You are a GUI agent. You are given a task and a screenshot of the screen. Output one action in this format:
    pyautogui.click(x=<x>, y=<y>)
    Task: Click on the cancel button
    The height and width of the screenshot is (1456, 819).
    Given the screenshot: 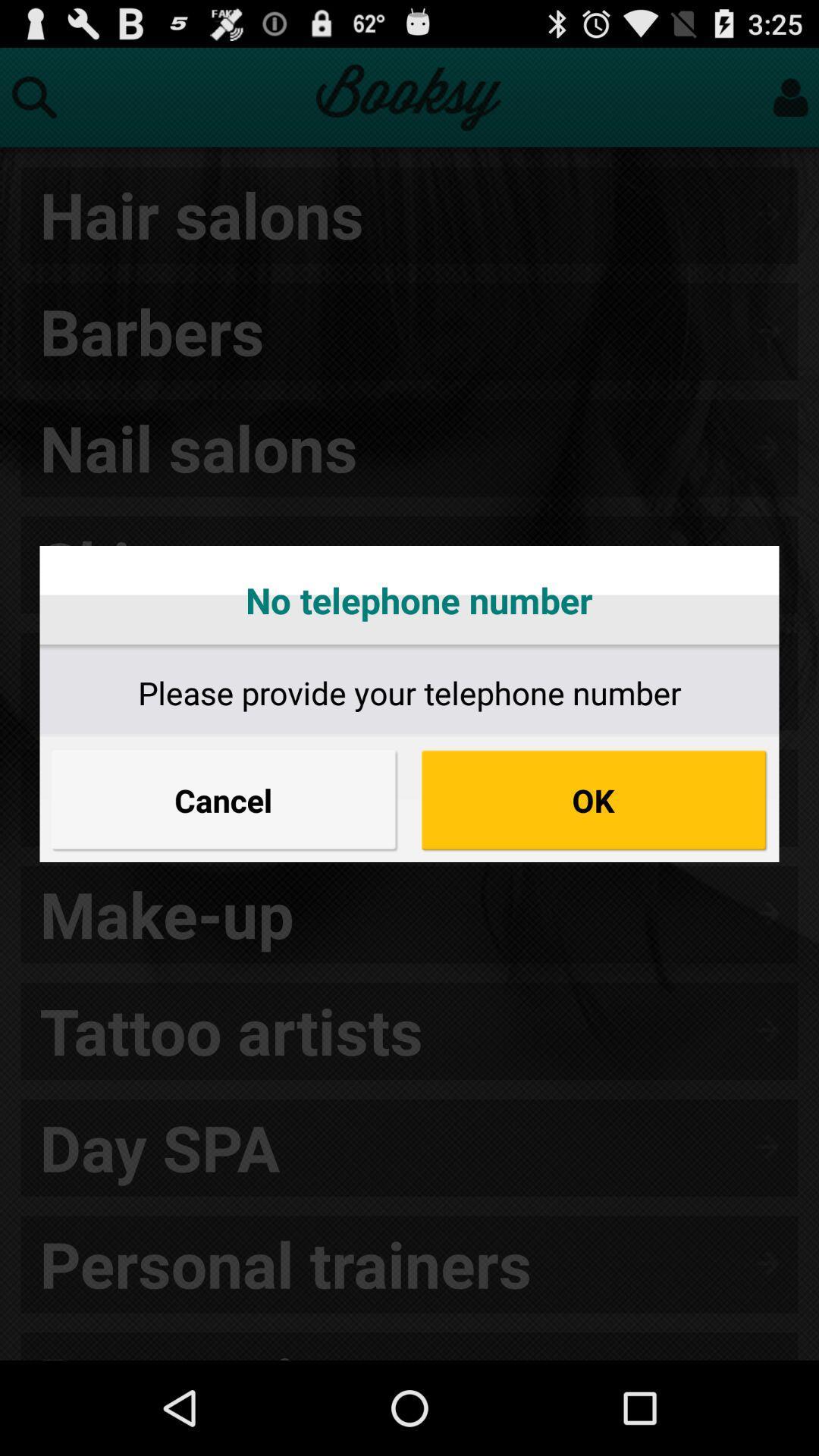 What is the action you would take?
    pyautogui.click(x=224, y=799)
    